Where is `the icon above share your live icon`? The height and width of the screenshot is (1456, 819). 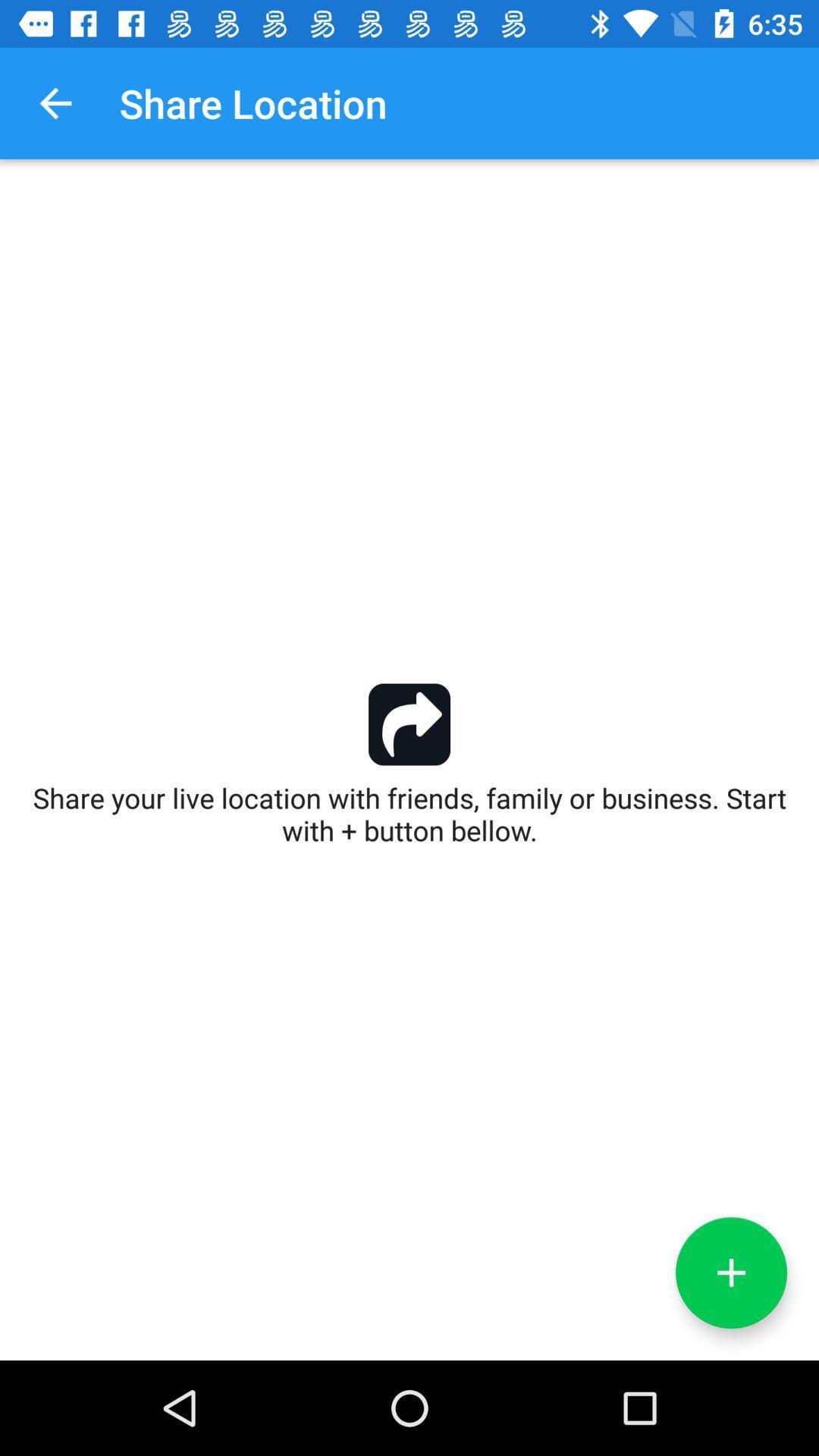 the icon above share your live icon is located at coordinates (55, 102).